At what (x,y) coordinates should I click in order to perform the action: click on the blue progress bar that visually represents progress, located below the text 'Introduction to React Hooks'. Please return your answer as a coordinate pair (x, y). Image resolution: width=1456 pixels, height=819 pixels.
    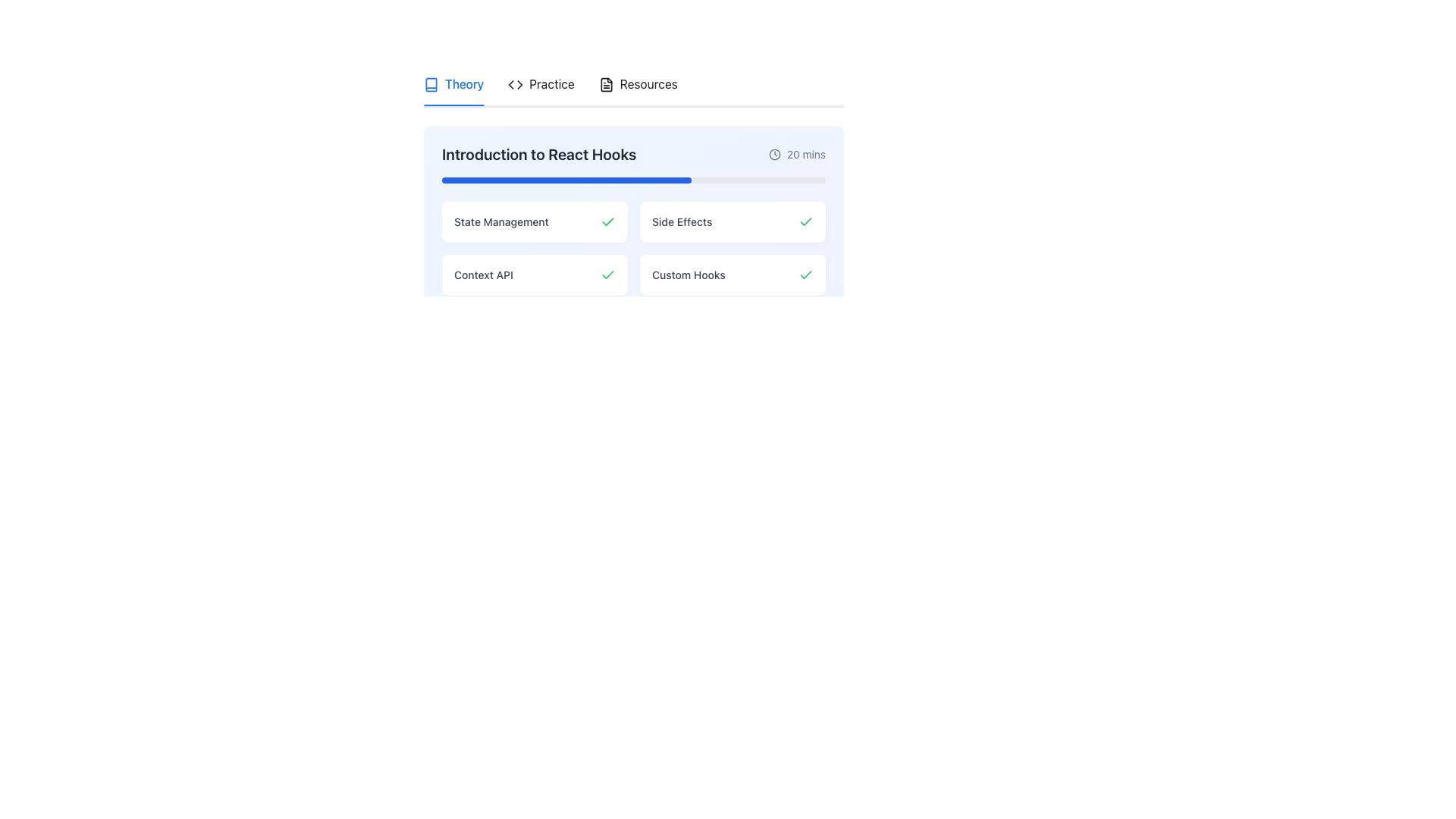
    Looking at the image, I should click on (566, 180).